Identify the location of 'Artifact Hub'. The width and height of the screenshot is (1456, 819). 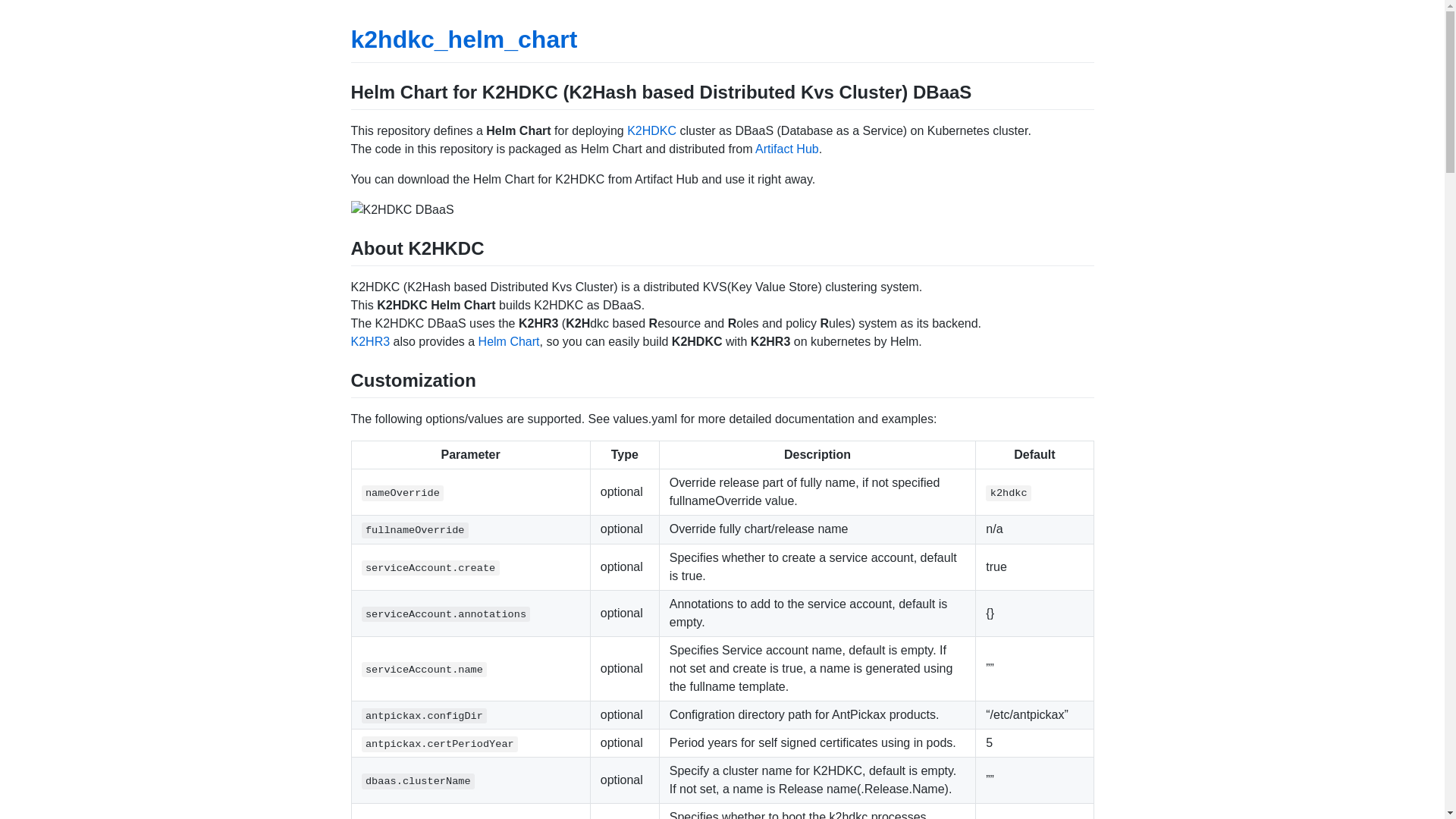
(755, 149).